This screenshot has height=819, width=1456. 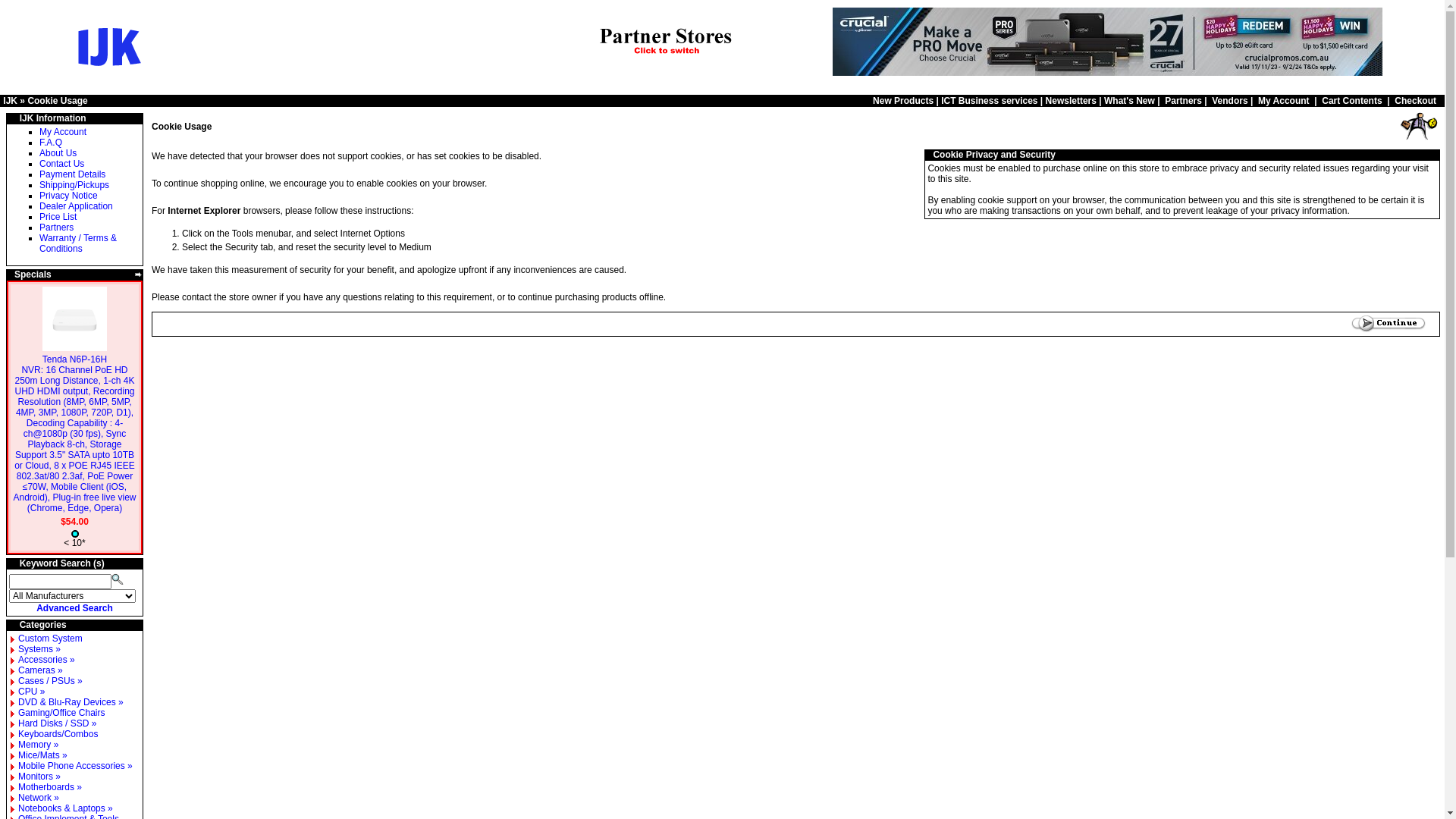 What do you see at coordinates (61, 713) in the screenshot?
I see `'Gaming/Office Chairs'` at bounding box center [61, 713].